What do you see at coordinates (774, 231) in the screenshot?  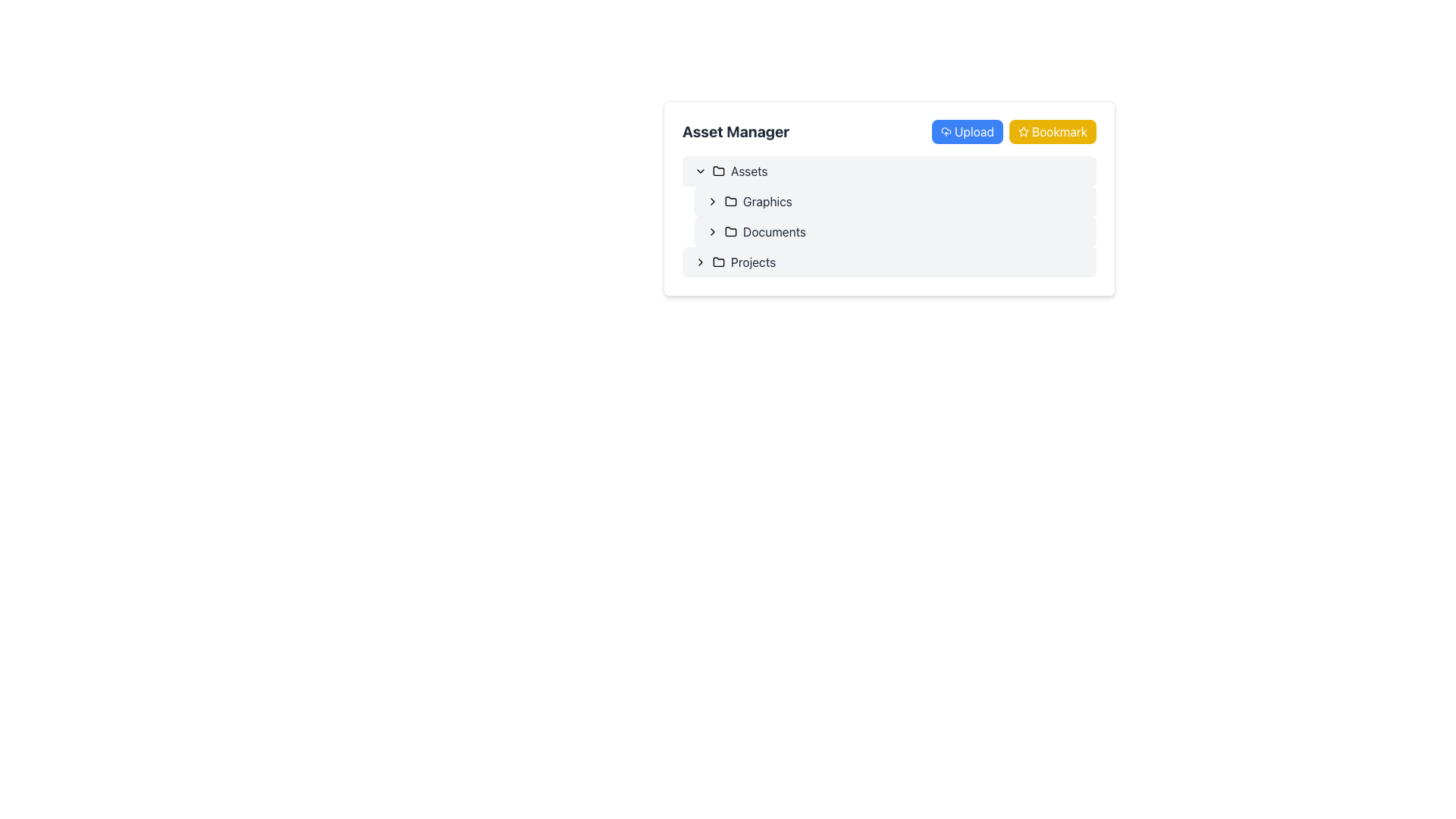 I see `the 'Documents' text label in the sidebar menu` at bounding box center [774, 231].